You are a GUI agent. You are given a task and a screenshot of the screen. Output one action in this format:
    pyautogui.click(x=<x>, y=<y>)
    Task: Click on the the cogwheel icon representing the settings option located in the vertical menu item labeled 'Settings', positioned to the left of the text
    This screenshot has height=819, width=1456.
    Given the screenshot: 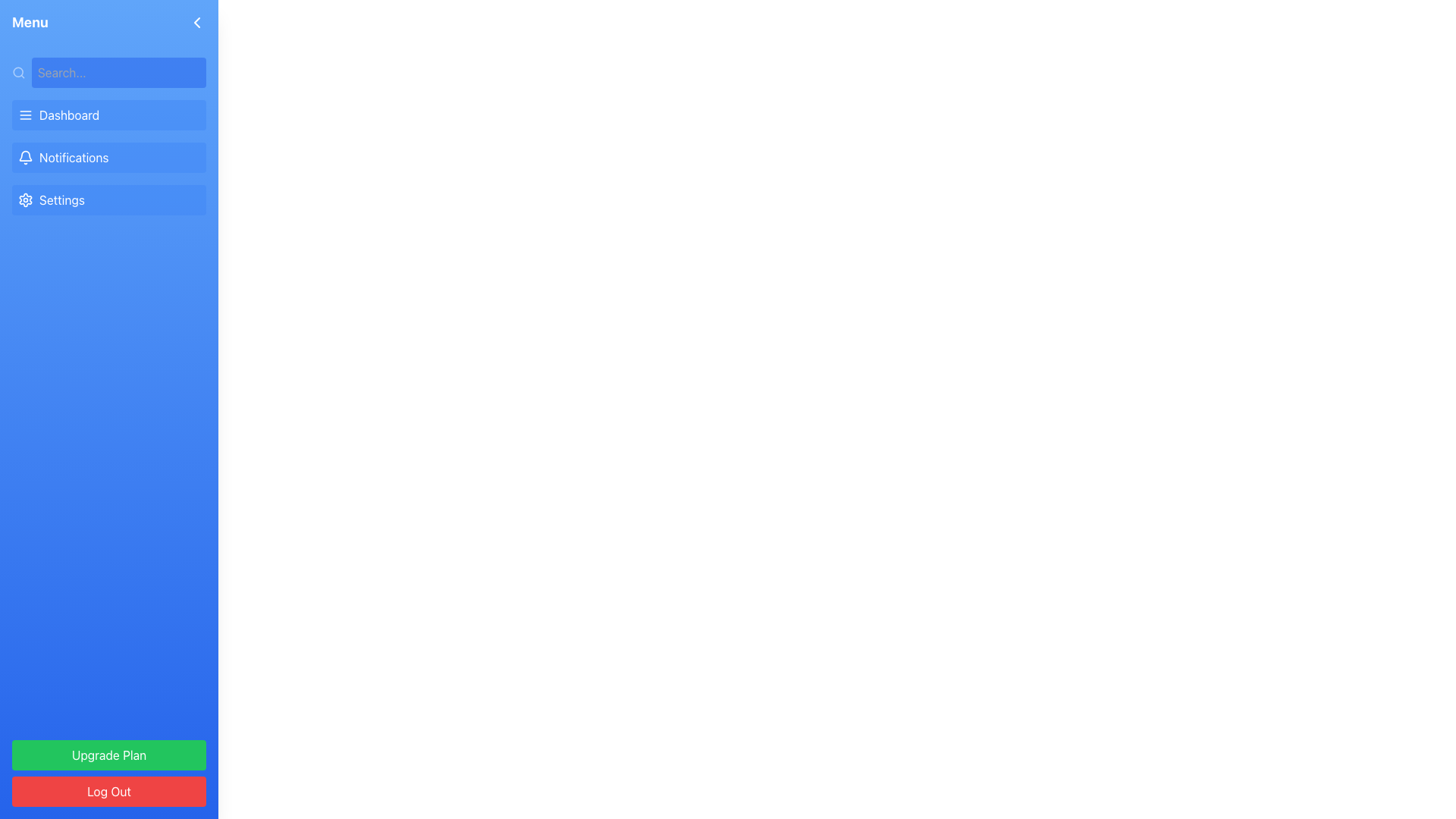 What is the action you would take?
    pyautogui.click(x=25, y=199)
    